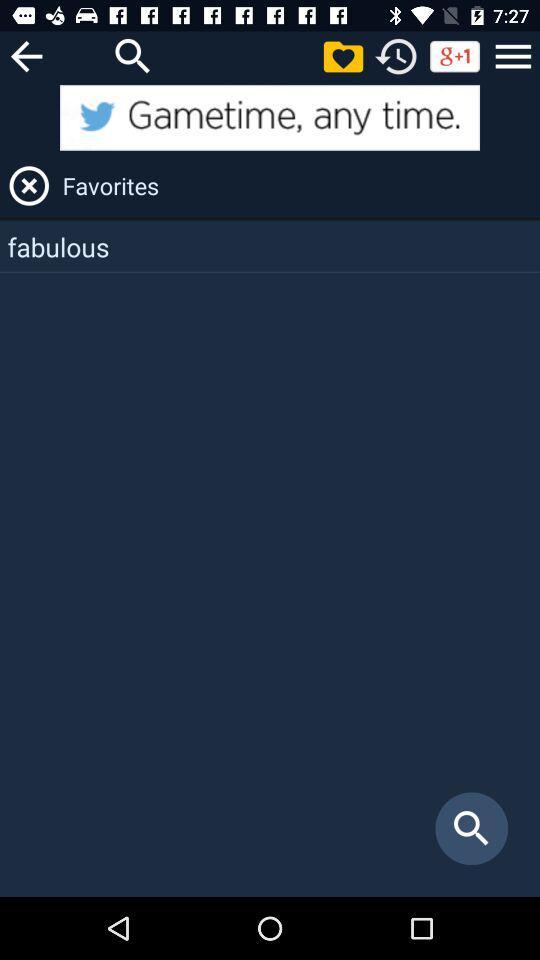  What do you see at coordinates (513, 55) in the screenshot?
I see `open menu` at bounding box center [513, 55].